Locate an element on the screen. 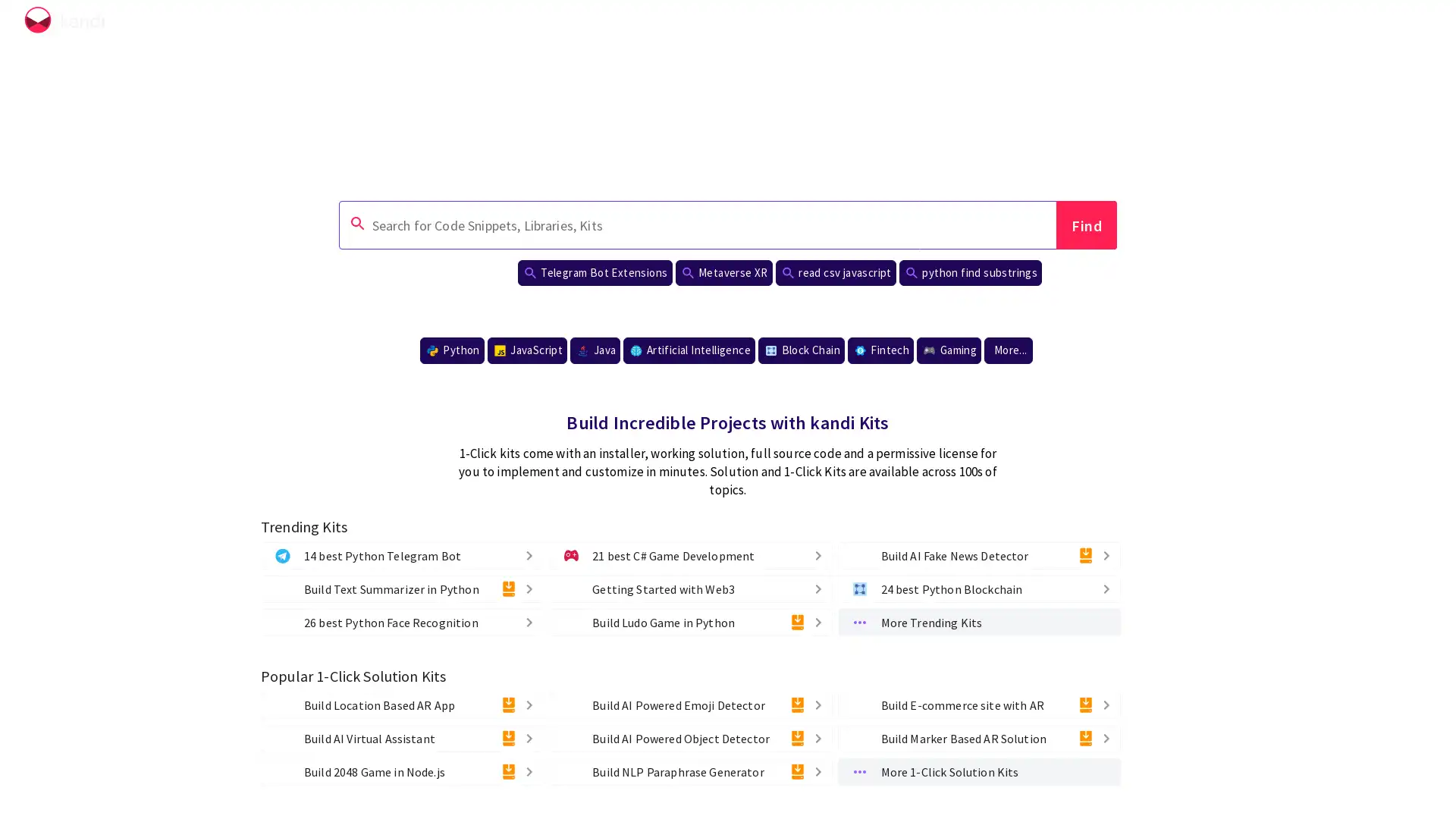  delete is located at coordinates (1106, 736).